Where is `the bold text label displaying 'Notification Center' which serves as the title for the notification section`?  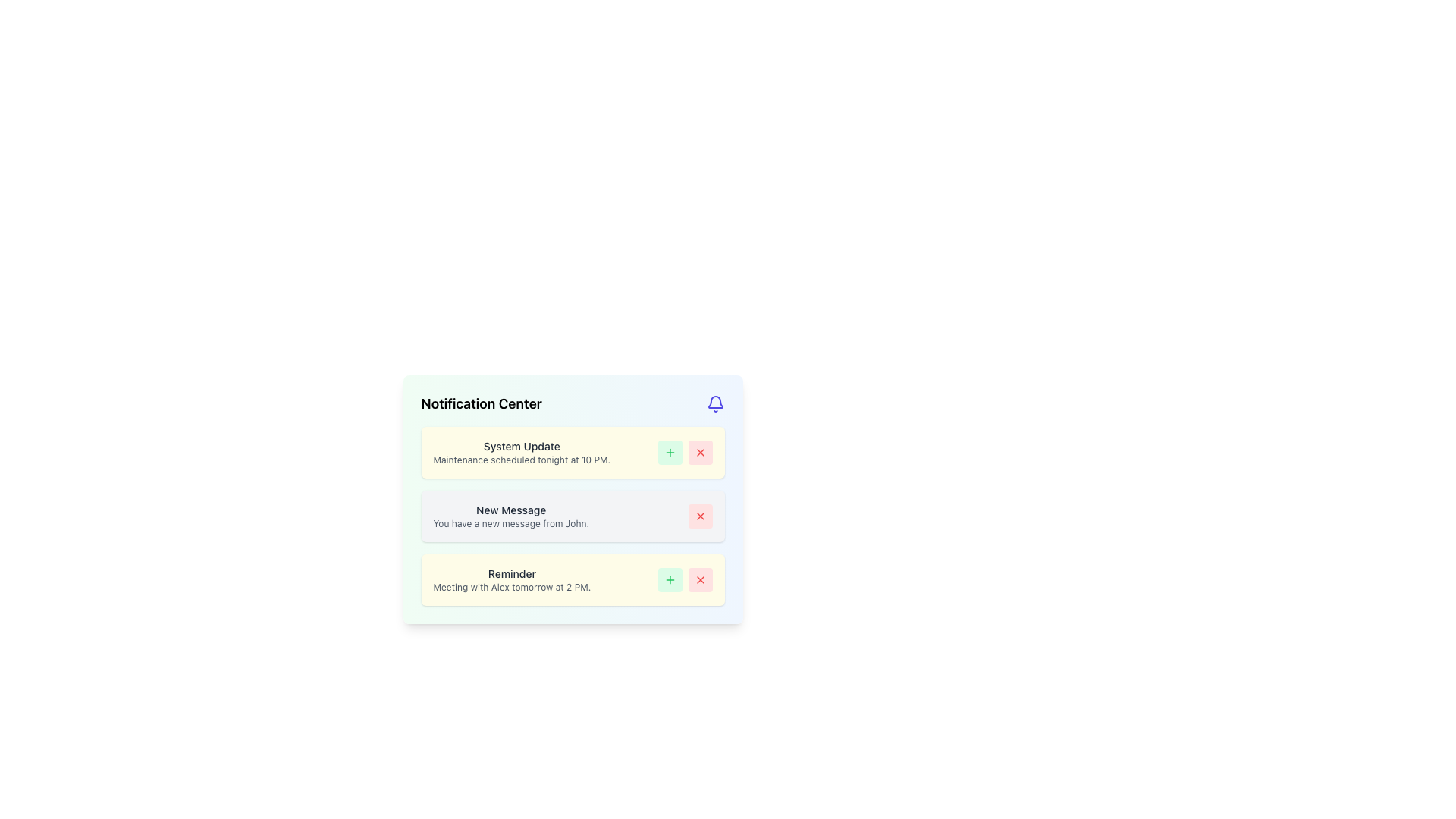
the bold text label displaying 'Notification Center' which serves as the title for the notification section is located at coordinates (481, 403).